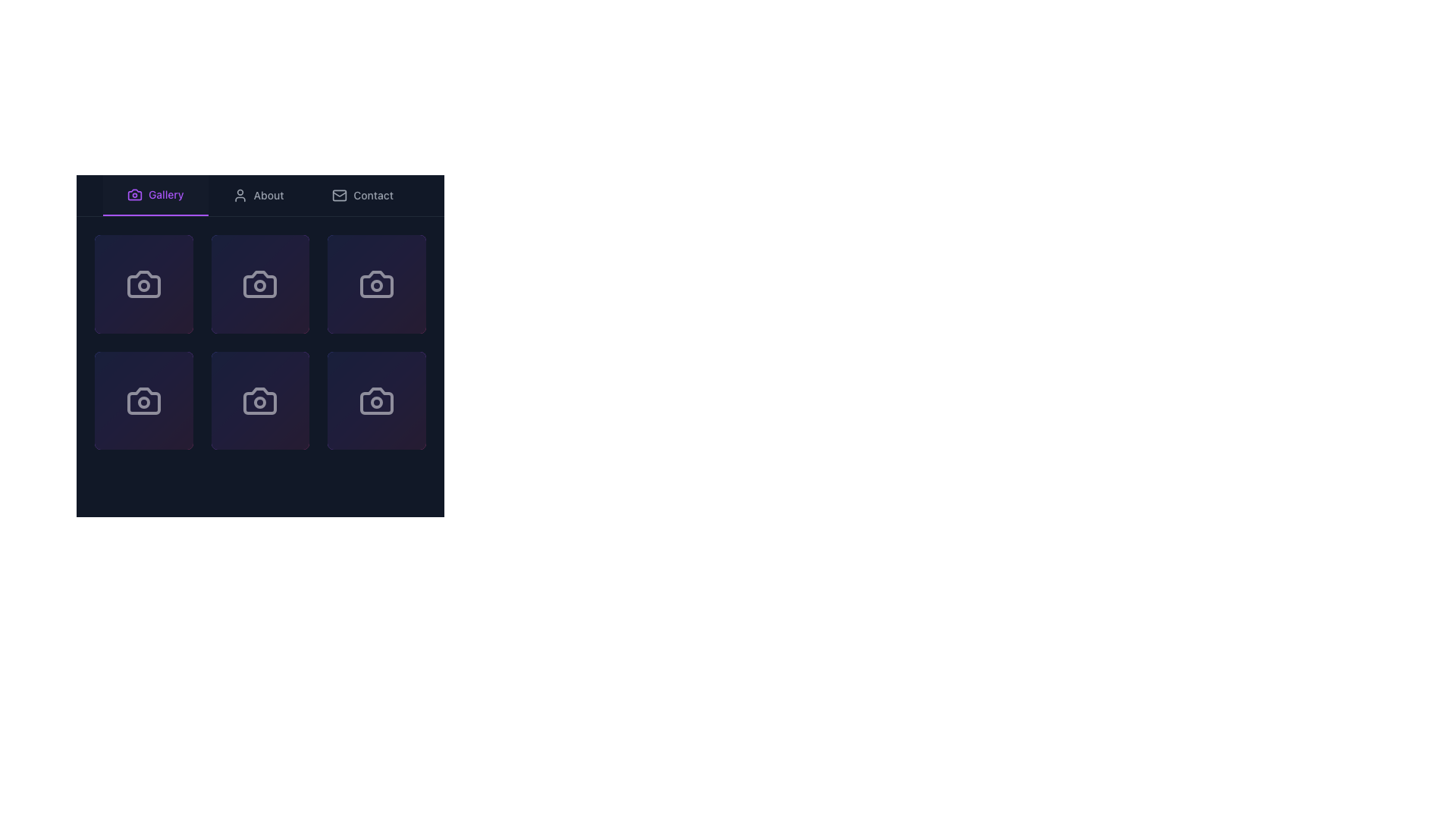  Describe the element at coordinates (143, 284) in the screenshot. I see `the first camera icon in the top-left corner of the grid layout` at that location.